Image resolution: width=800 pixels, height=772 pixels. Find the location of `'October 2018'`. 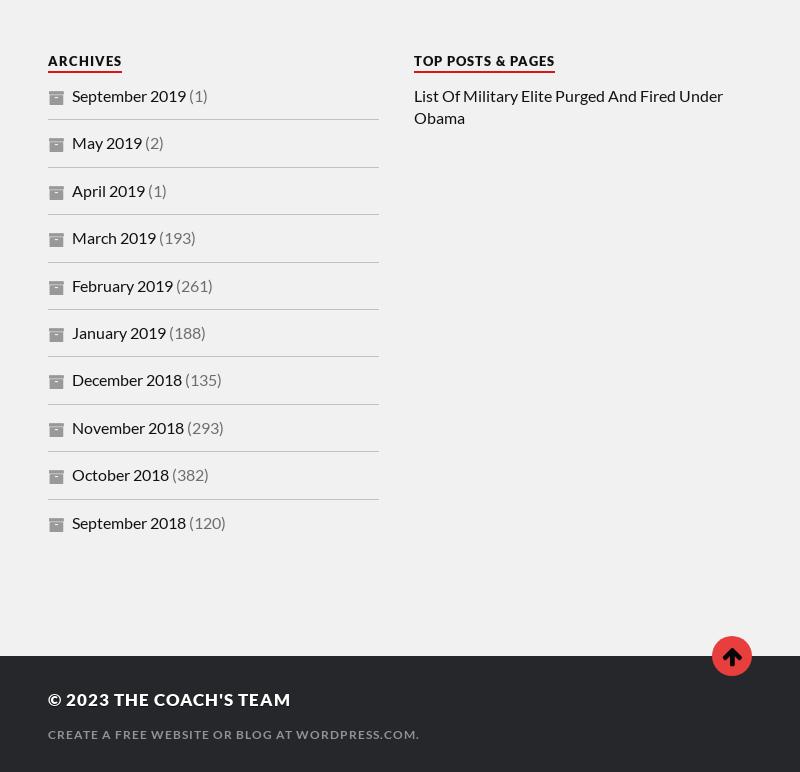

'October 2018' is located at coordinates (119, 474).